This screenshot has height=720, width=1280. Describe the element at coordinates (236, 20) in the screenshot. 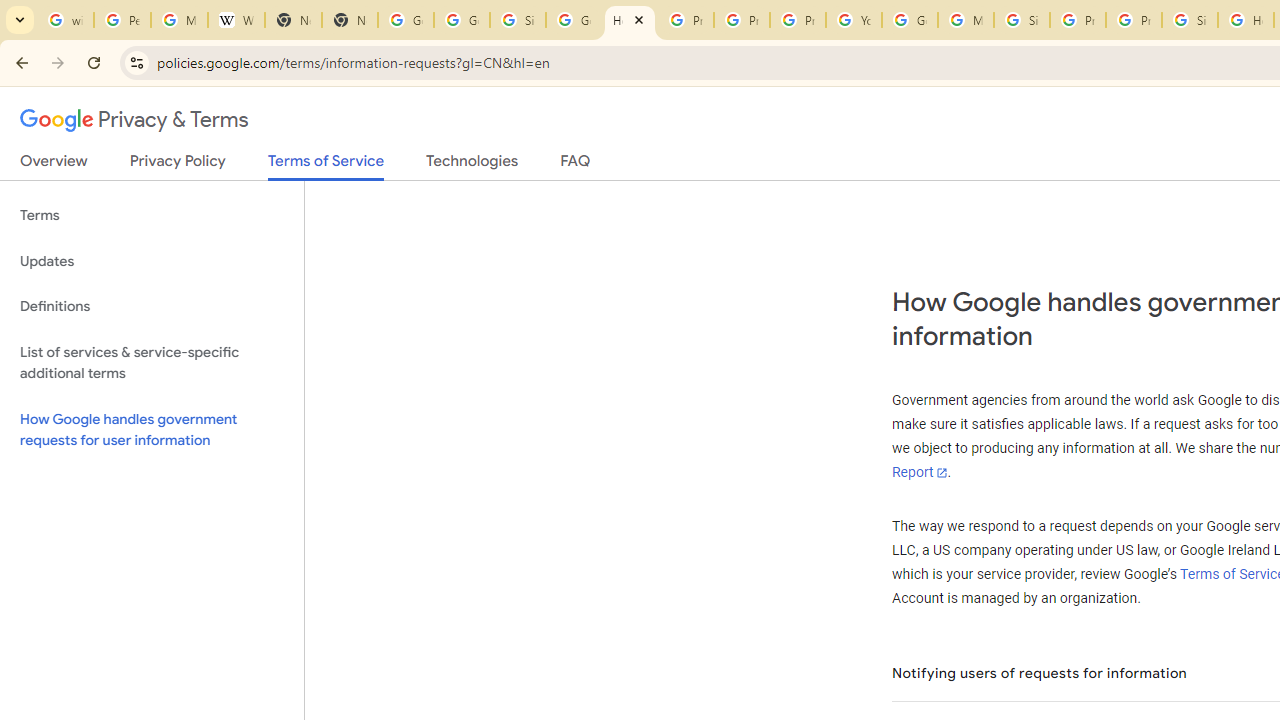

I see `'Wikipedia:Edit requests - Wikipedia'` at that location.